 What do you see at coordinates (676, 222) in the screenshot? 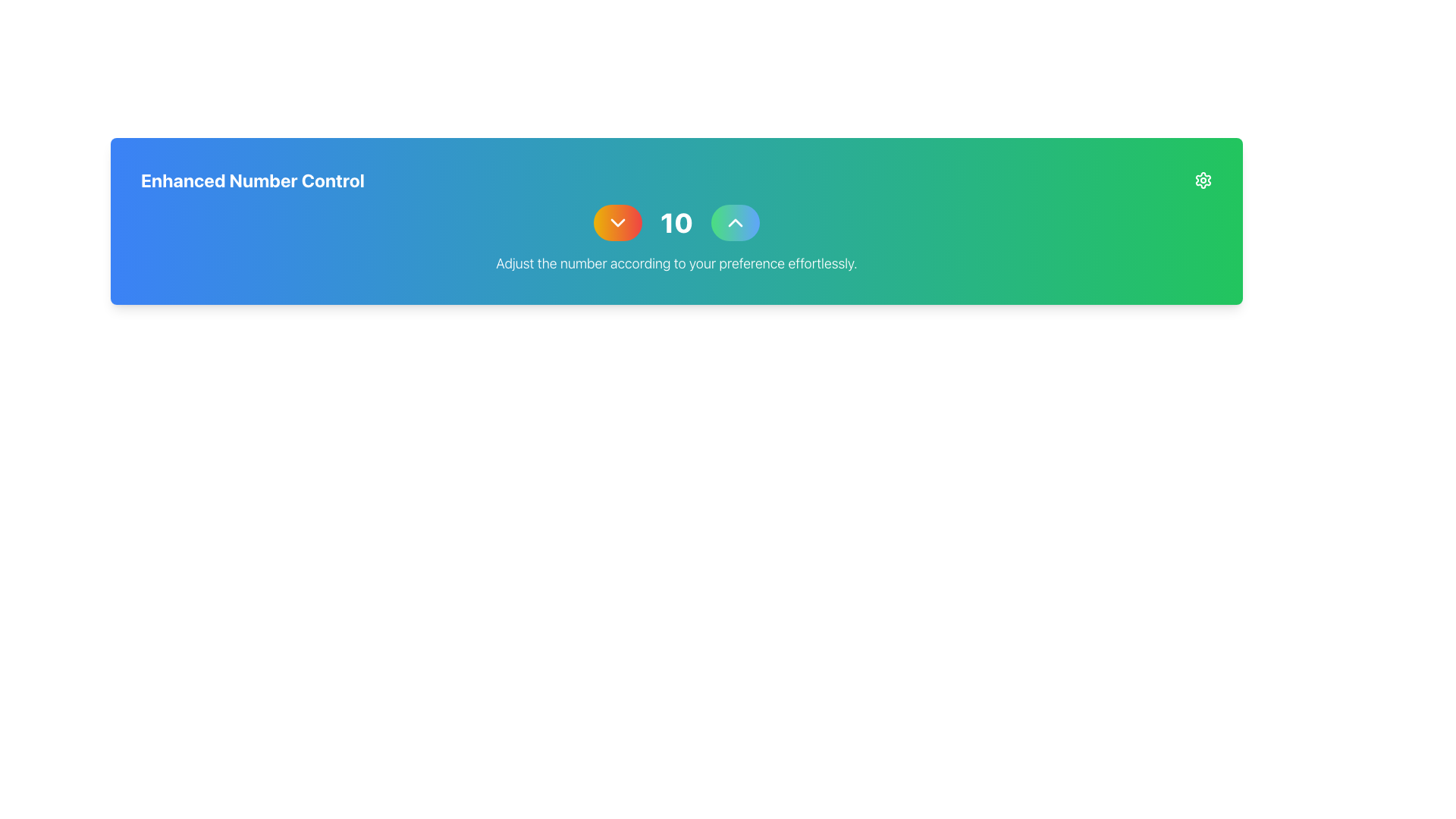
I see `the bold, large-sized numeric label displaying the number '10', styled in white color against a gradient background, positioned at the center of a horizontal group with buttons on either side` at bounding box center [676, 222].